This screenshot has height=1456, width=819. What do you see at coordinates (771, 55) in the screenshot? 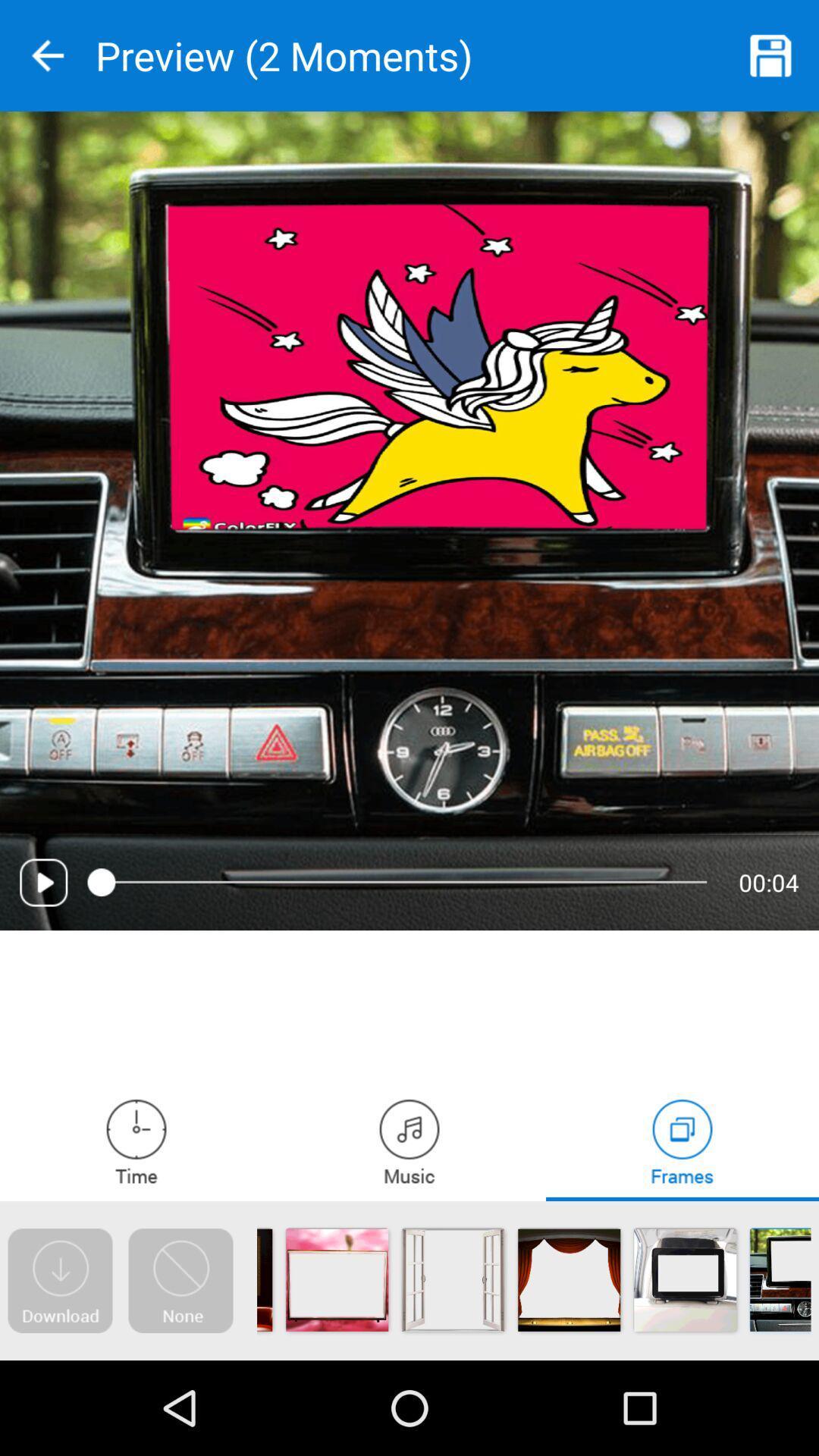
I see `file` at bounding box center [771, 55].